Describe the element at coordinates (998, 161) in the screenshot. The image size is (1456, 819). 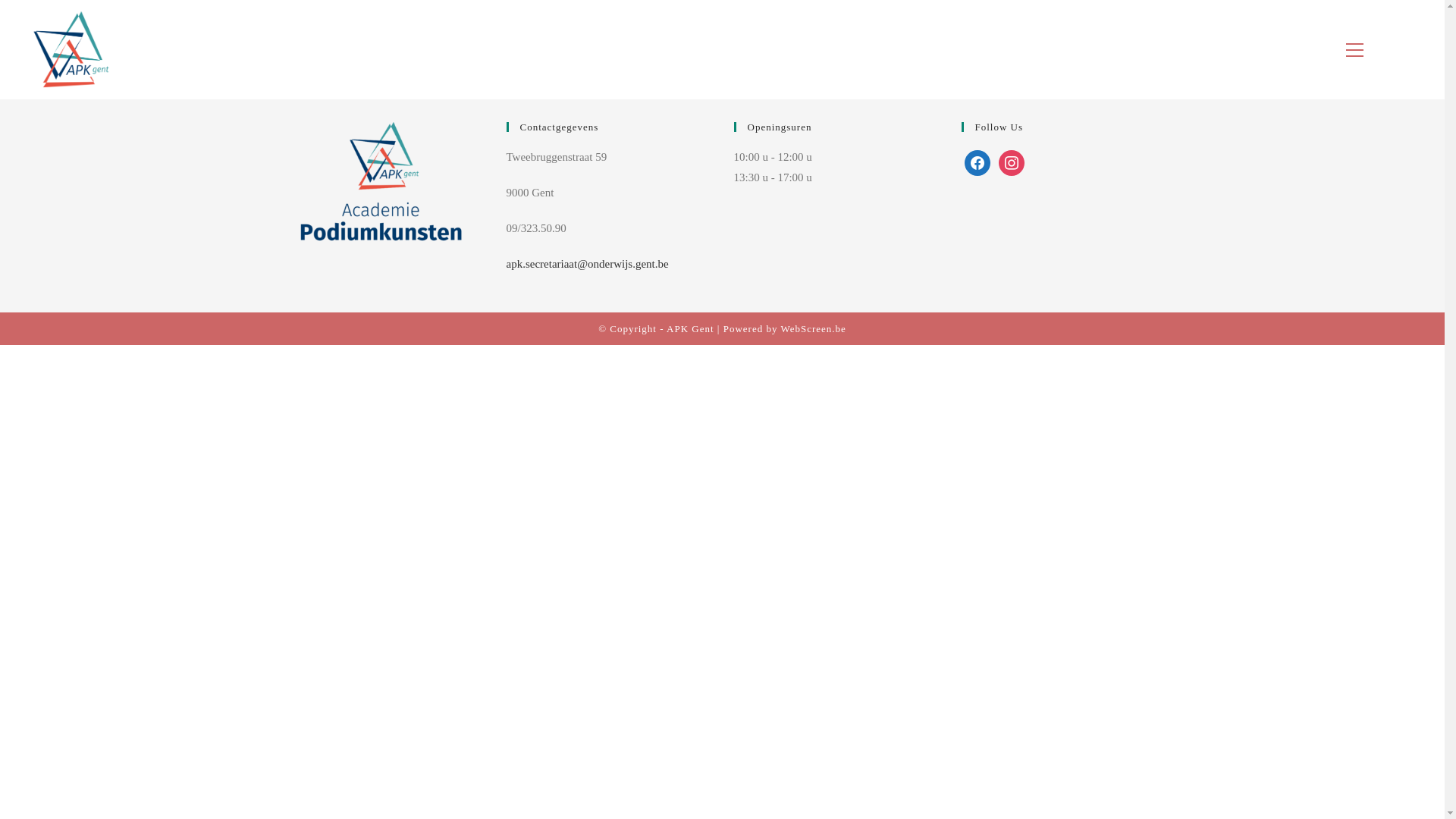
I see `'Default Label'` at that location.